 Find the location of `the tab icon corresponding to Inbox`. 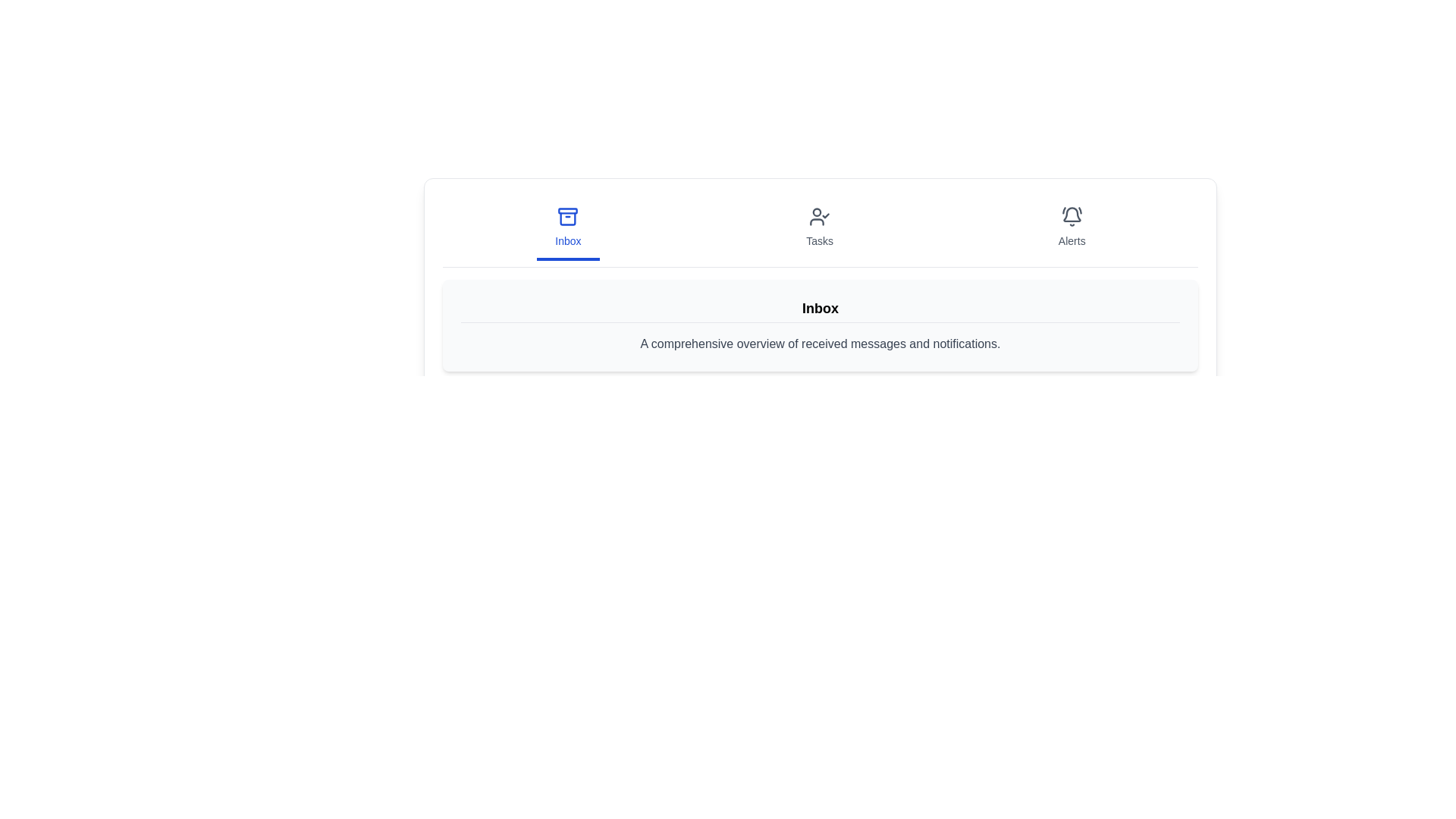

the tab icon corresponding to Inbox is located at coordinates (567, 228).